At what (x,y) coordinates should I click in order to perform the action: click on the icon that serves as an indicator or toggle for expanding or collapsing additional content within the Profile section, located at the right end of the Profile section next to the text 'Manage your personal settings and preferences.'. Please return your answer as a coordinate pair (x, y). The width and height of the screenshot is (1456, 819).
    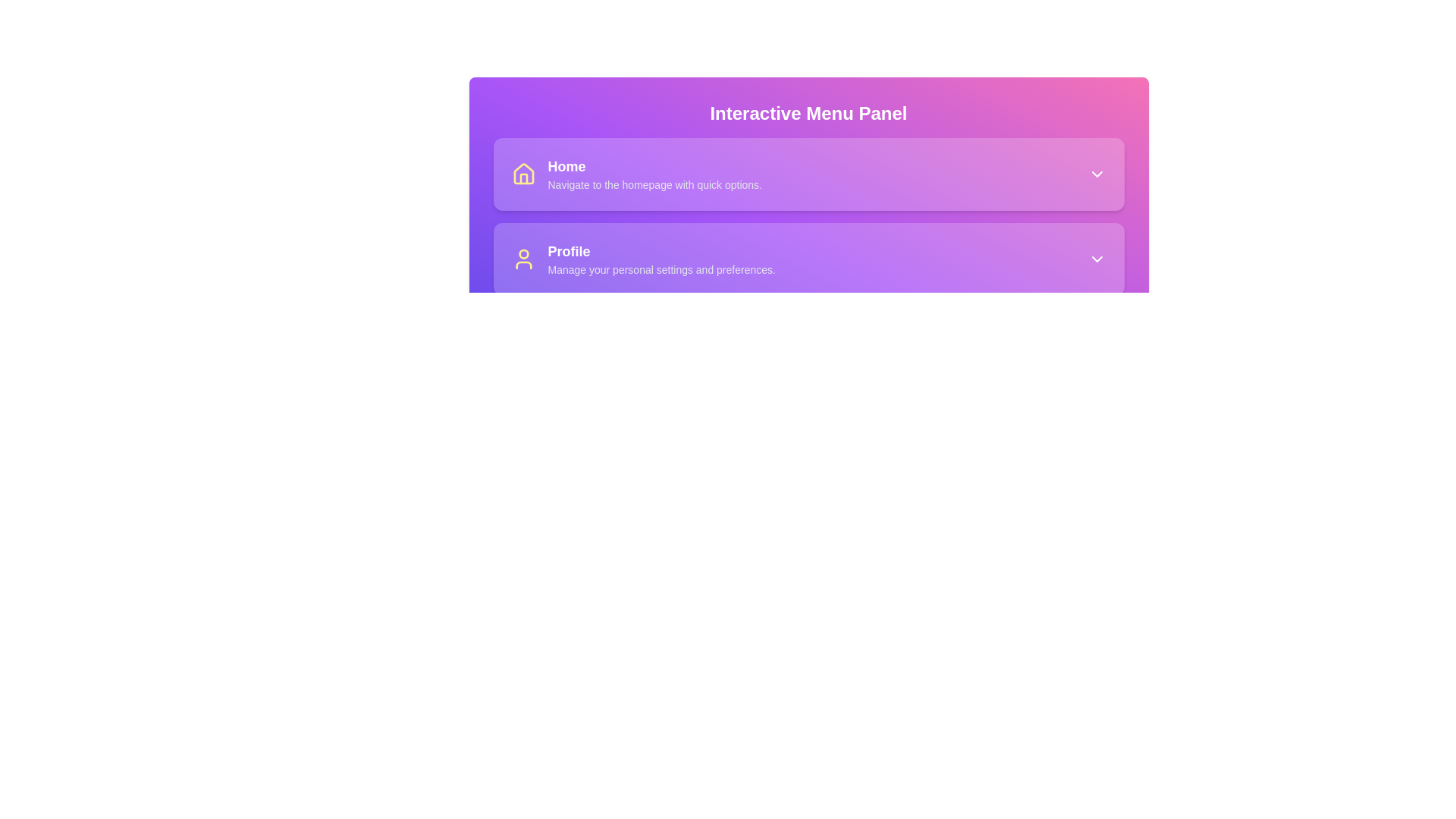
    Looking at the image, I should click on (1097, 259).